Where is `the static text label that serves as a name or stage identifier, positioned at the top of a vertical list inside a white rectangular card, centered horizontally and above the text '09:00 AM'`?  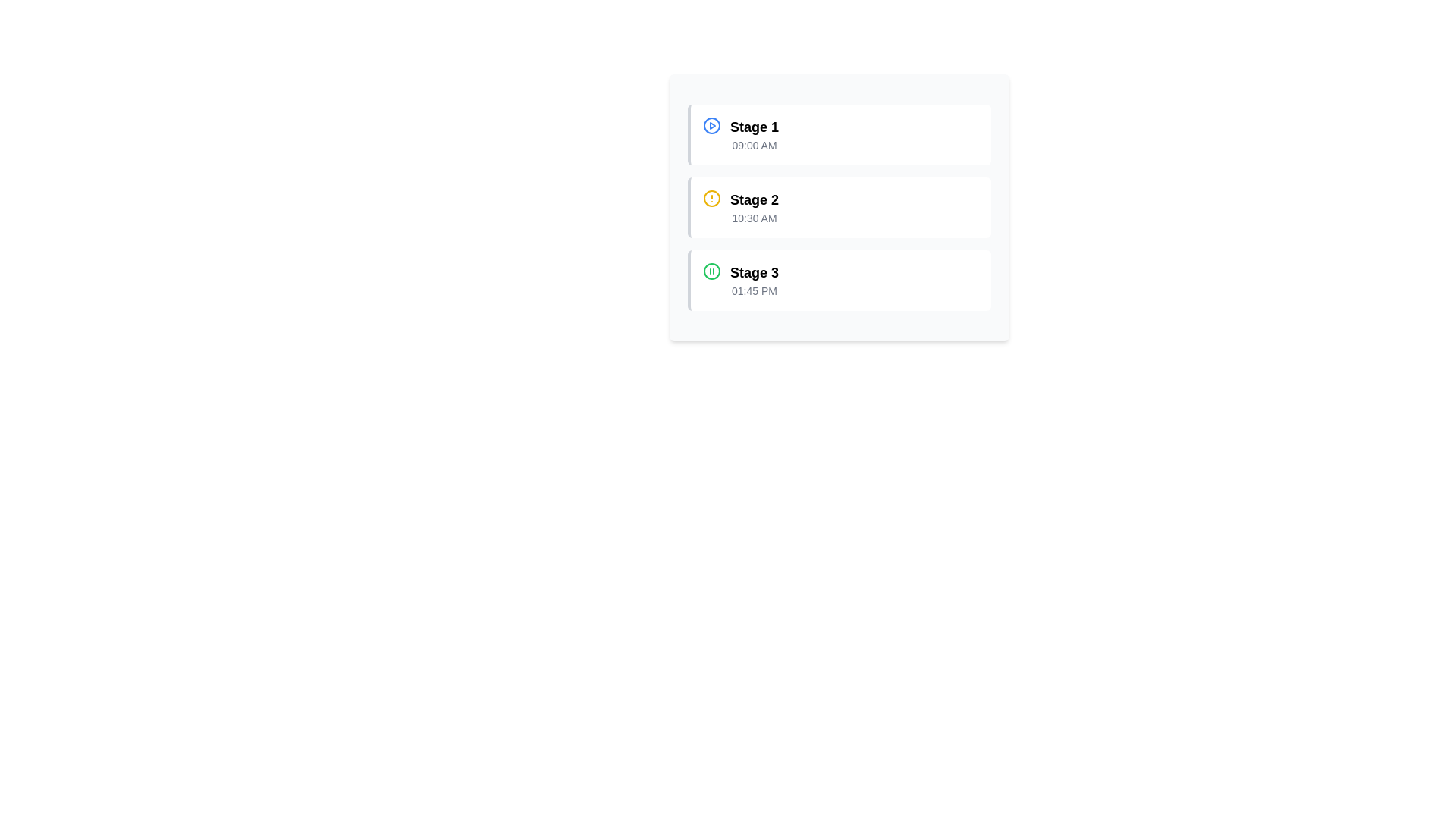 the static text label that serves as a name or stage identifier, positioned at the top of a vertical list inside a white rectangular card, centered horizontally and above the text '09:00 AM' is located at coordinates (754, 127).